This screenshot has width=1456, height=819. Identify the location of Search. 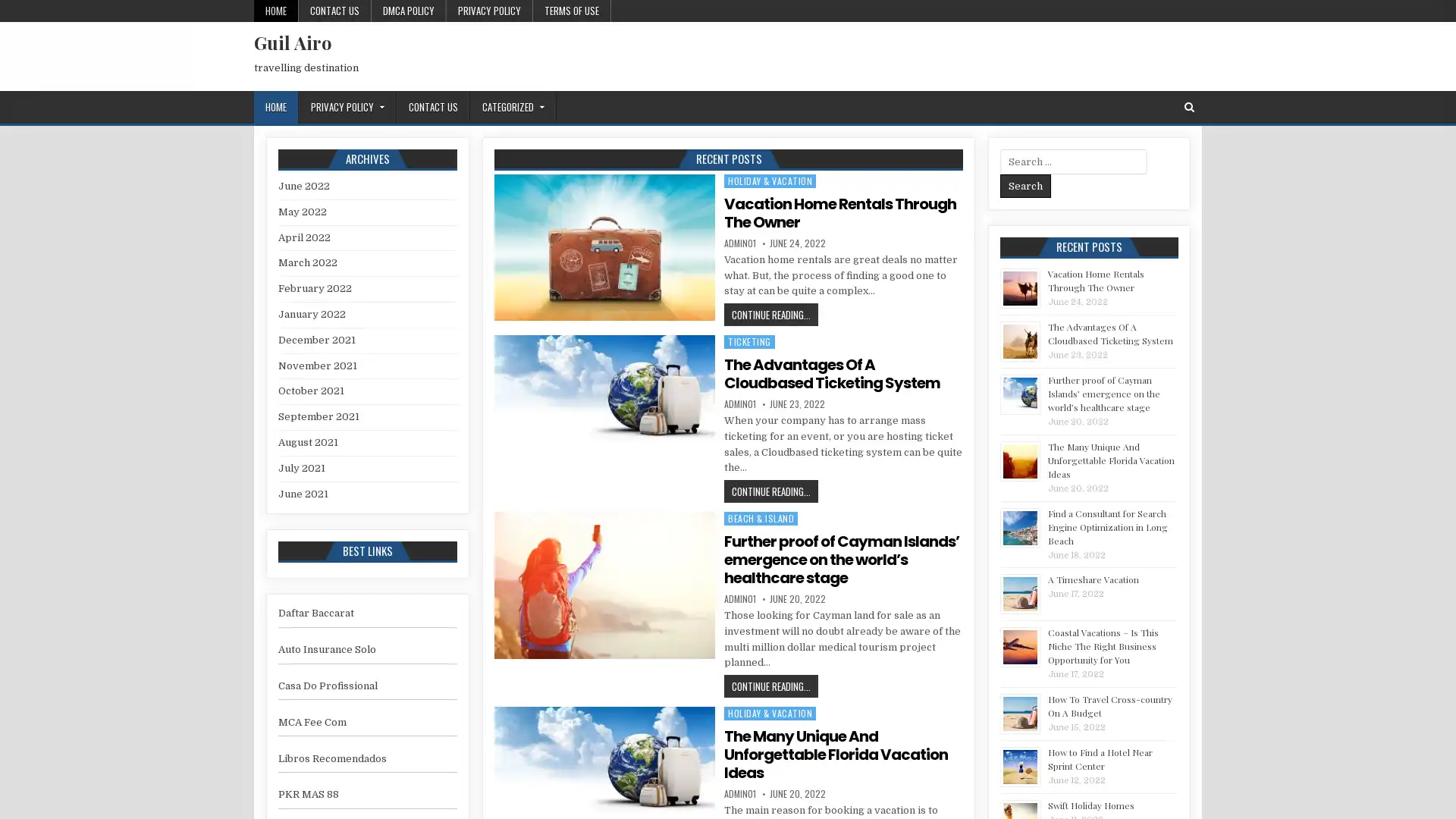
(1025, 185).